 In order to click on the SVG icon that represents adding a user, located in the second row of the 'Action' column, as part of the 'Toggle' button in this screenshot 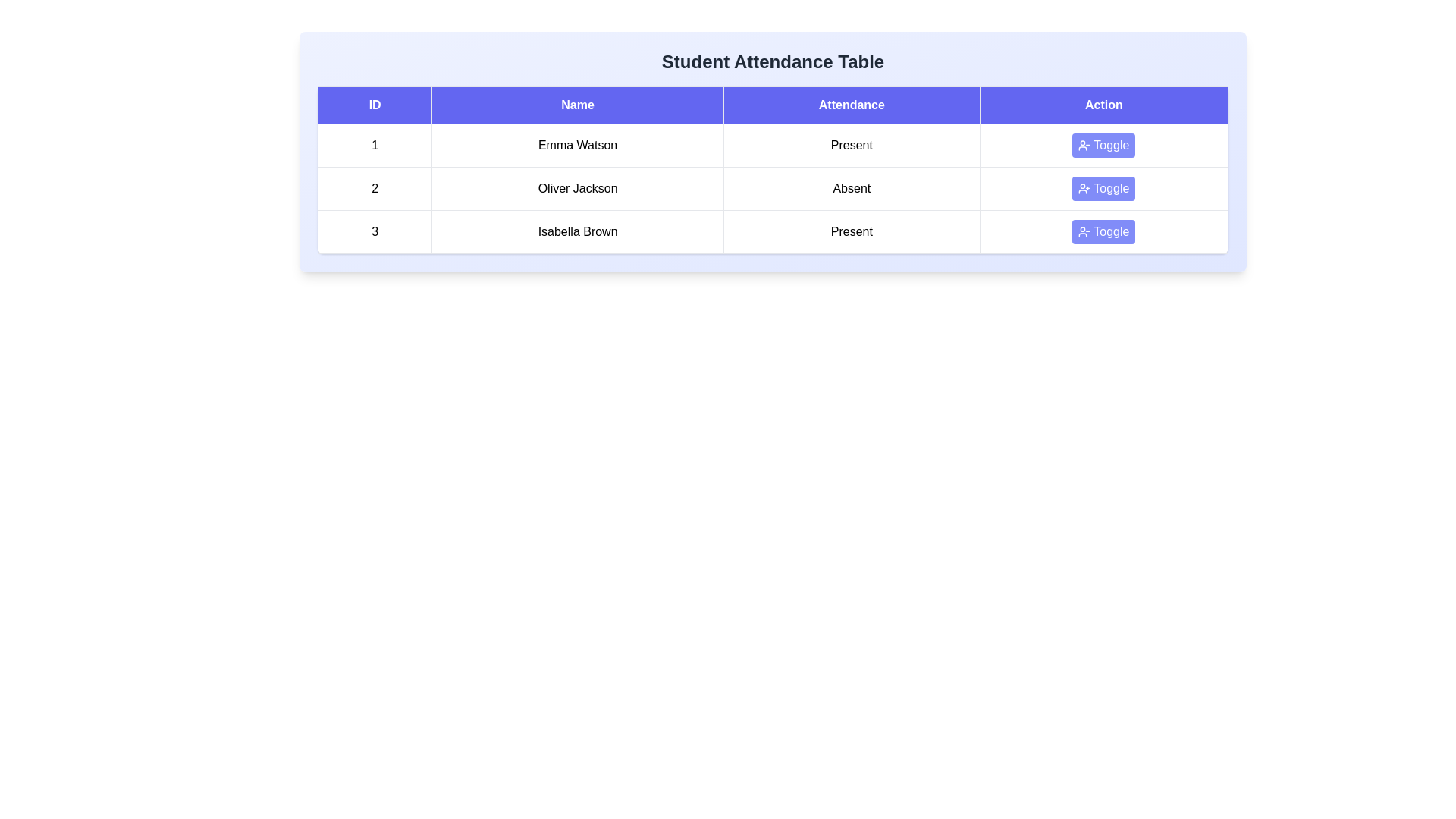, I will do `click(1084, 188)`.